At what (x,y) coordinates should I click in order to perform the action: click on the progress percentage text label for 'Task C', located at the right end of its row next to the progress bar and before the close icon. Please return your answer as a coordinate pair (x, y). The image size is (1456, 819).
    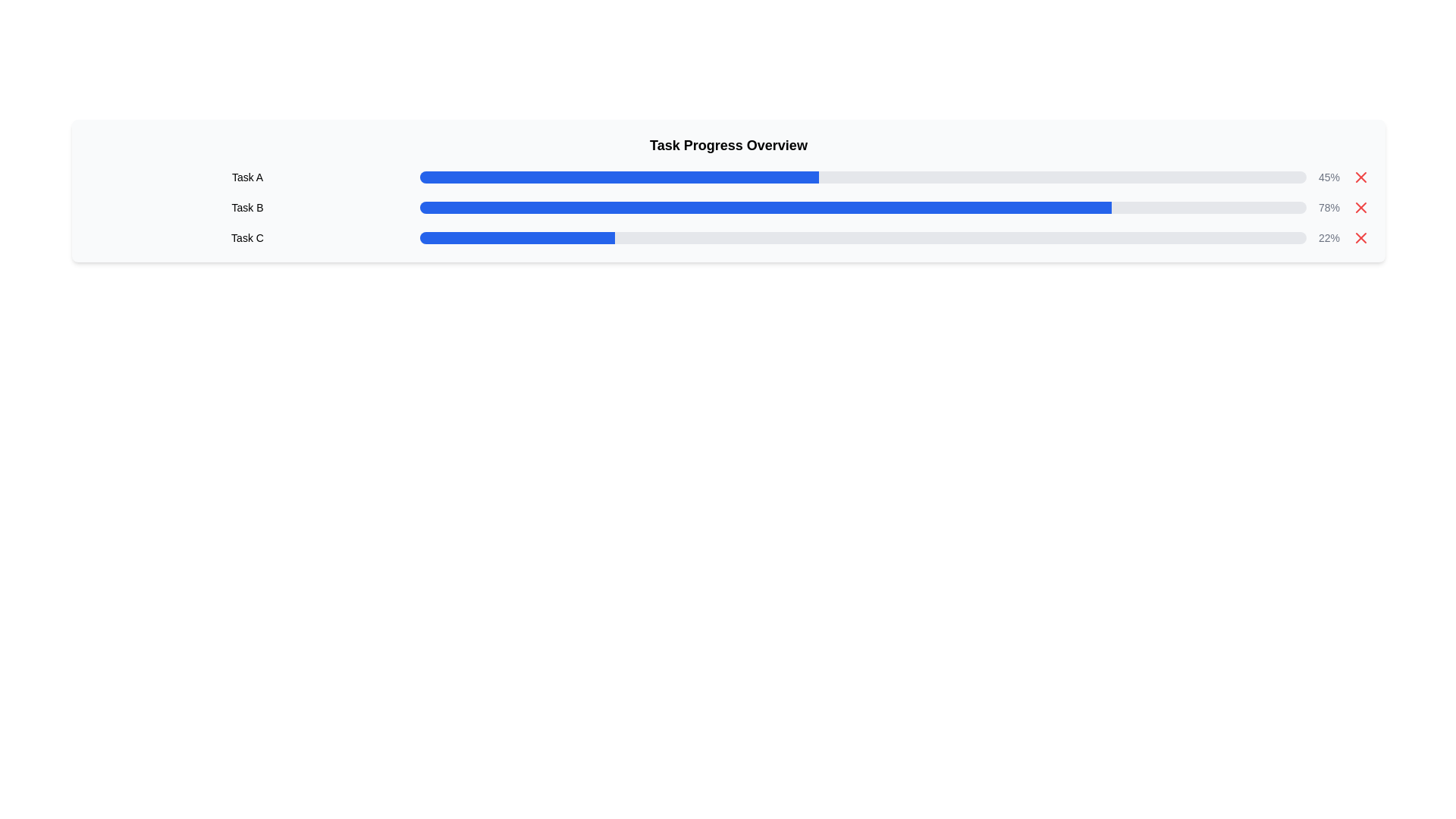
    Looking at the image, I should click on (1328, 237).